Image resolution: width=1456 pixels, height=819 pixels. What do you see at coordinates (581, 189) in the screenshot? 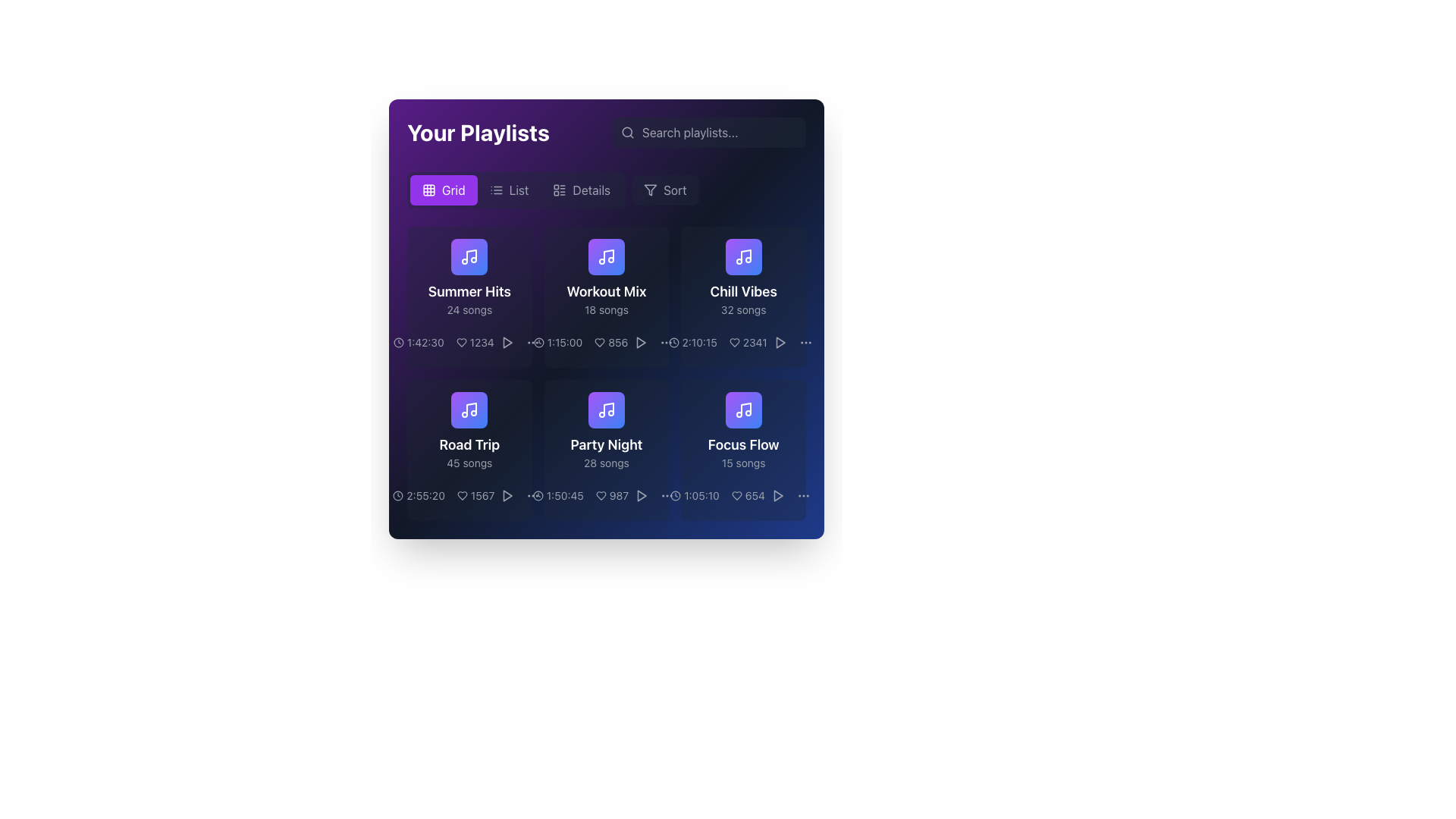
I see `the 'Details' button for keyboard navigation` at bounding box center [581, 189].